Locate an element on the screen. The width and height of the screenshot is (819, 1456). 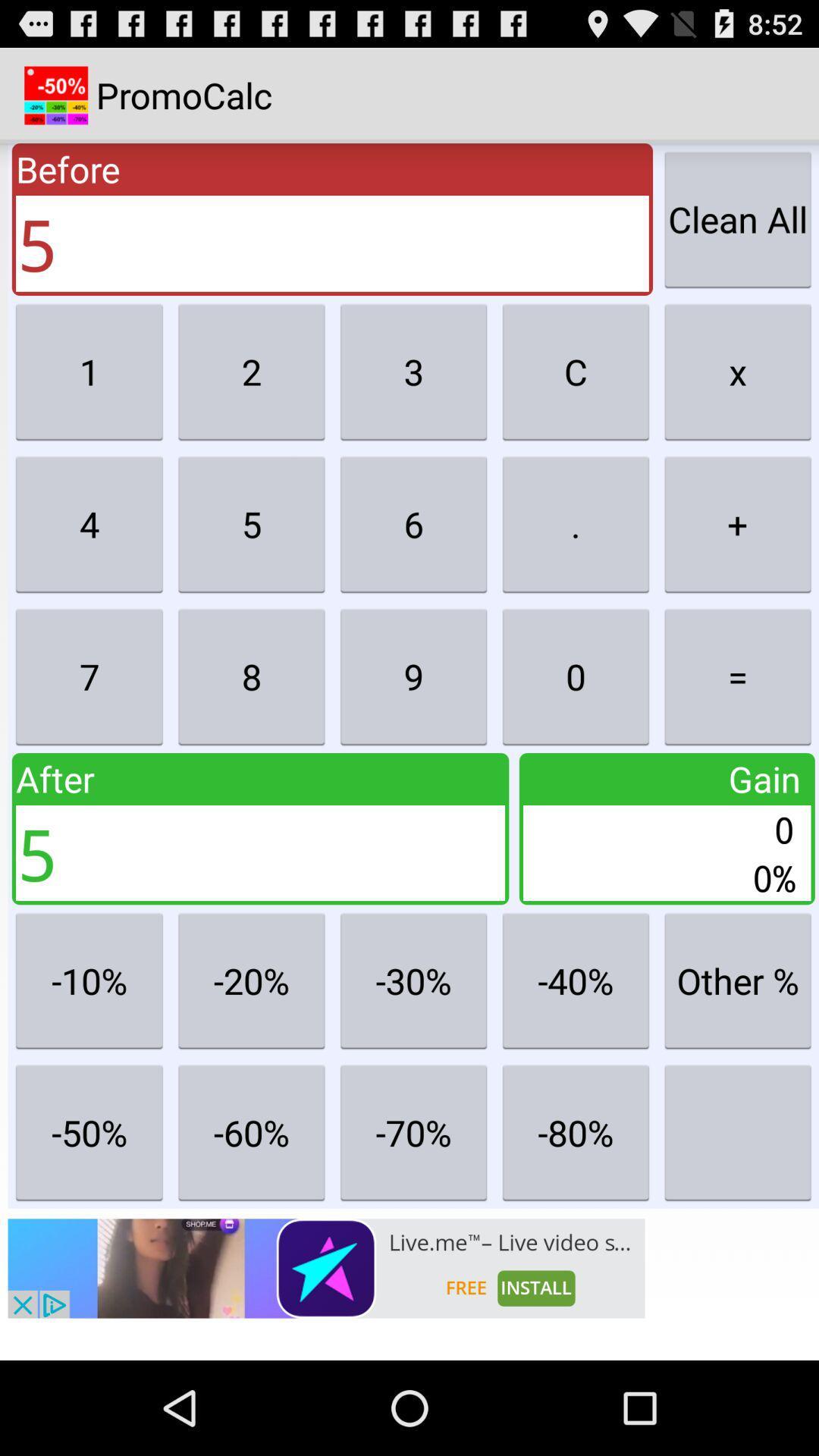
the number 2 below the before is located at coordinates (250, 372).